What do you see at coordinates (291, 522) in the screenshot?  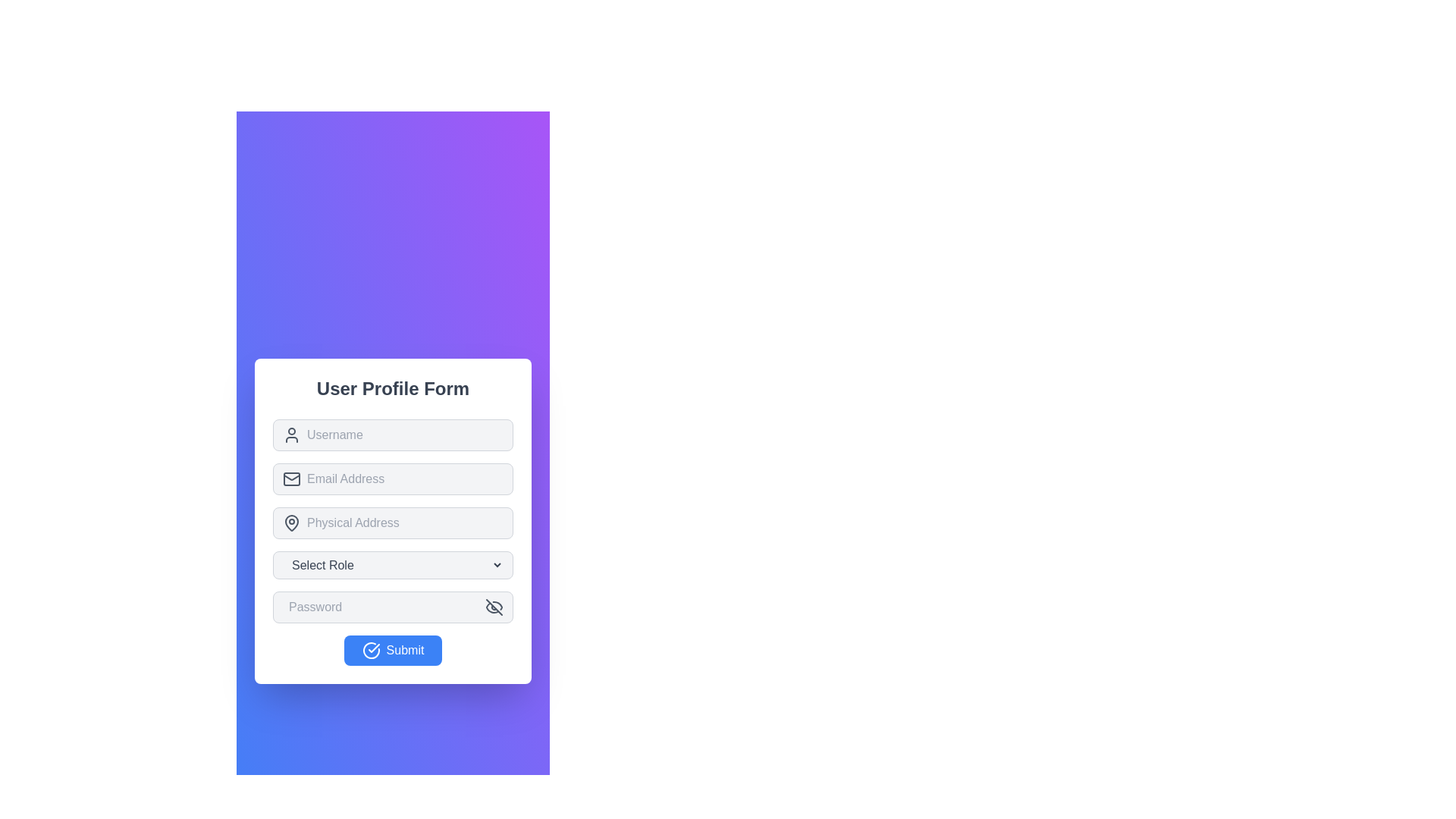 I see `the map pin icon located to the left of the 'Physical Address' input field in the 'User Profile Form'` at bounding box center [291, 522].